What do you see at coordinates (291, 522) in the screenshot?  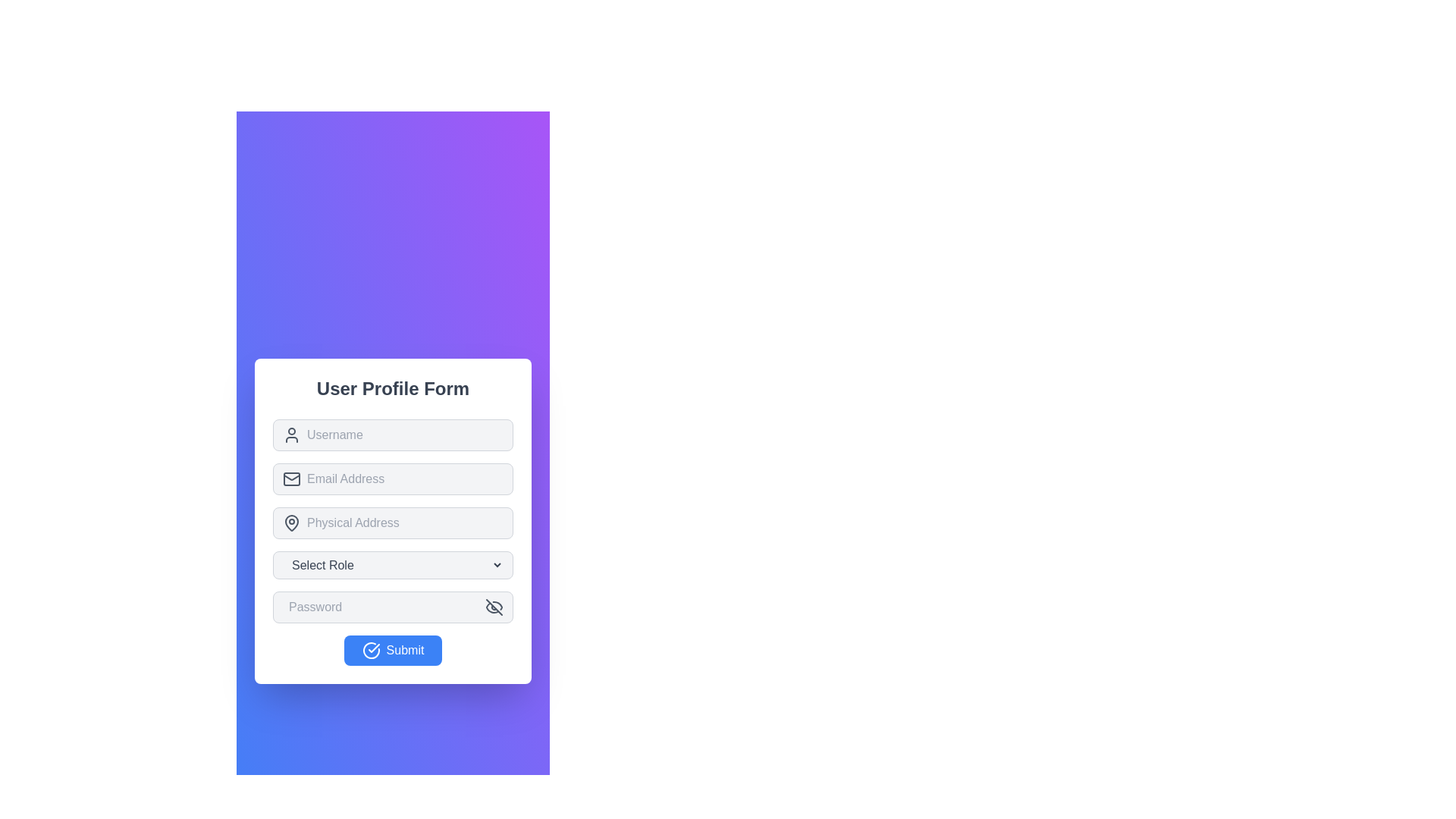 I see `the map pin icon located to the left of the 'Physical Address' input field in the 'User Profile Form'` at bounding box center [291, 522].